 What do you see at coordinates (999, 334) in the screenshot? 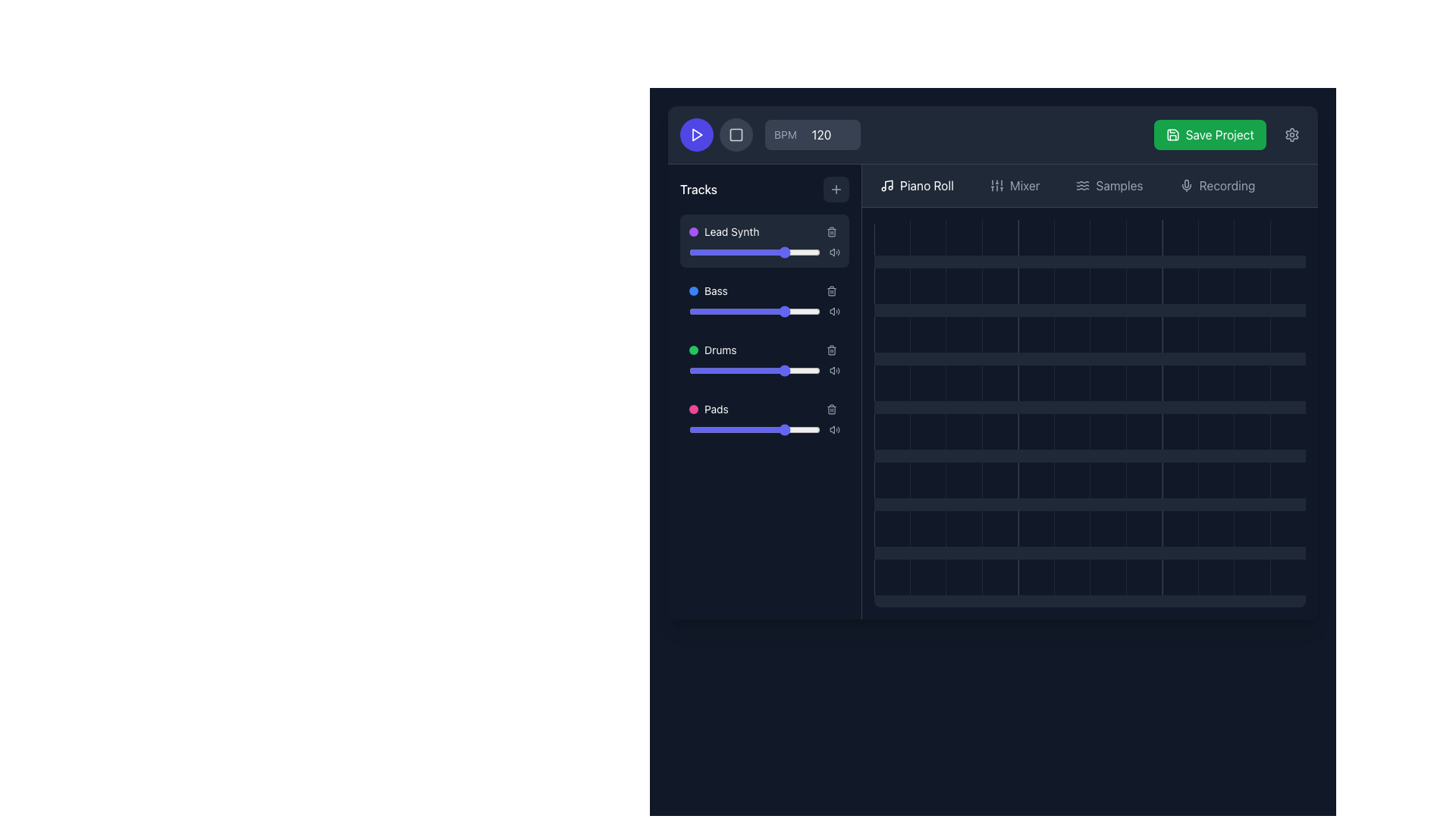
I see `the grid cell located in the fourth column and third row of the 12-column grid, which is used for interaction in a time-sequencing interface` at bounding box center [999, 334].